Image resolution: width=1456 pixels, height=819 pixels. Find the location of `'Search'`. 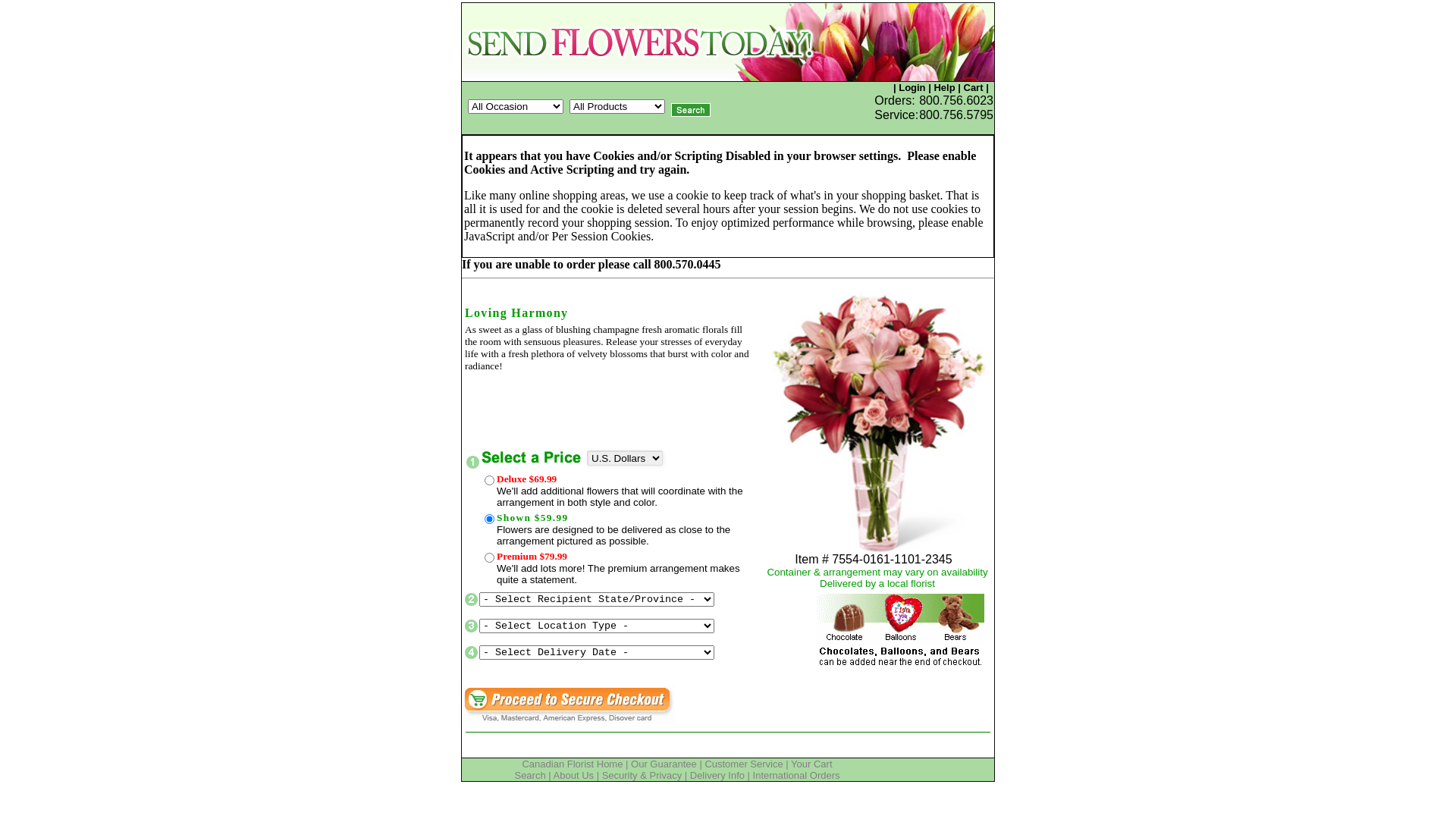

'Search' is located at coordinates (529, 775).